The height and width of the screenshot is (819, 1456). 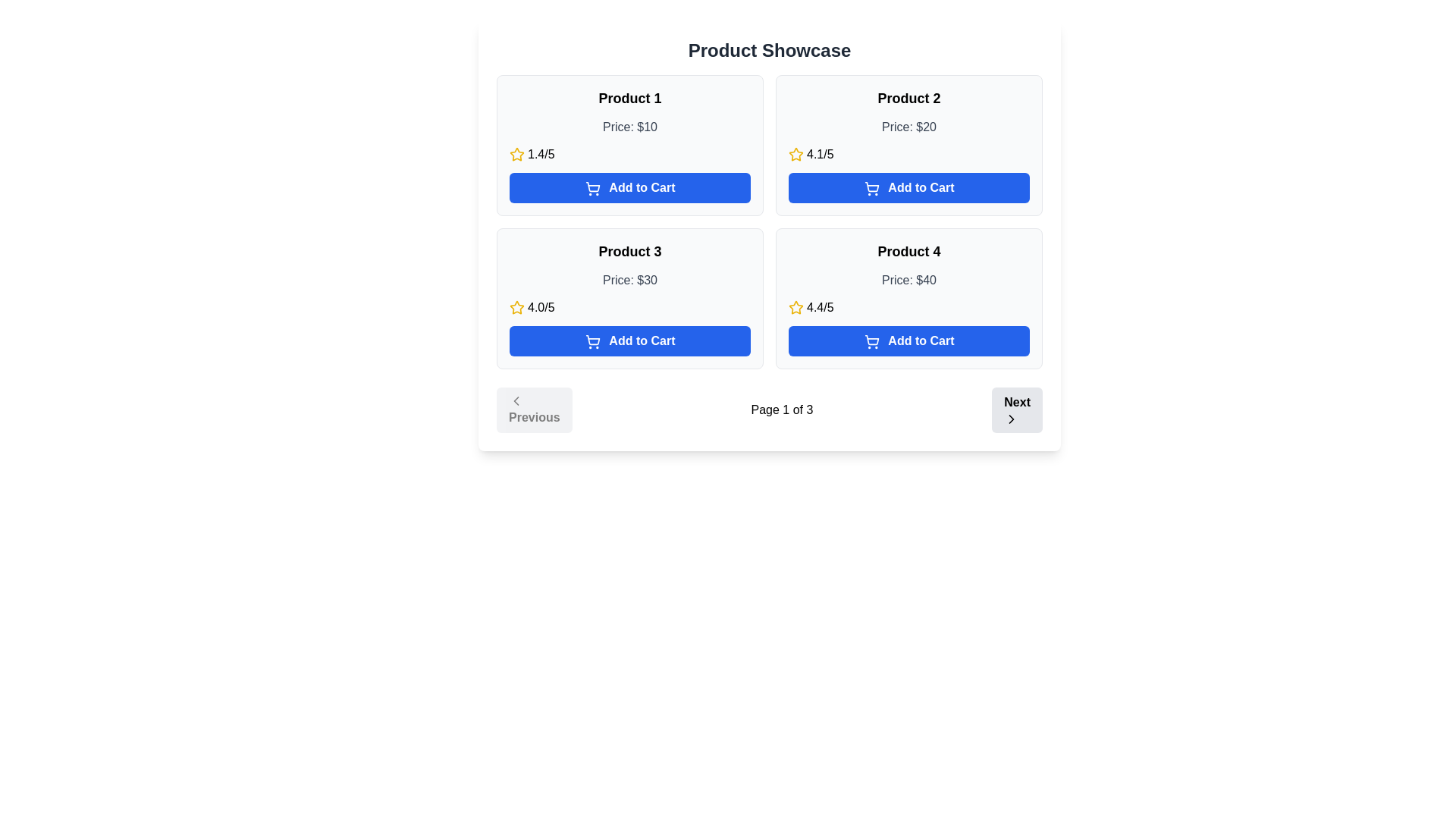 What do you see at coordinates (629, 250) in the screenshot?
I see `the 'Product 3' label, which is a bold text element indicating a product title, located above the price and other features in the bottom-left quadrant of a grid layout` at bounding box center [629, 250].